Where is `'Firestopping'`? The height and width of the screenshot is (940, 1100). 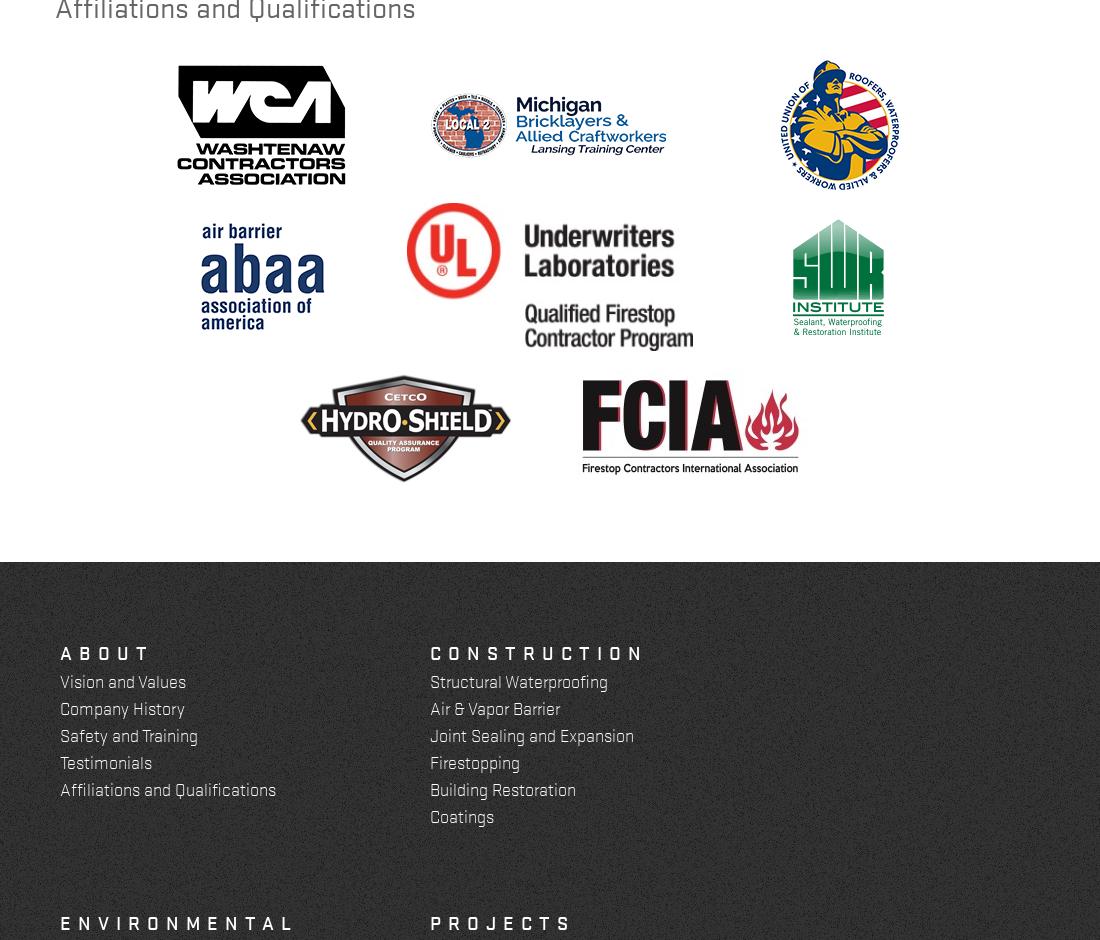 'Firestopping' is located at coordinates (473, 760).